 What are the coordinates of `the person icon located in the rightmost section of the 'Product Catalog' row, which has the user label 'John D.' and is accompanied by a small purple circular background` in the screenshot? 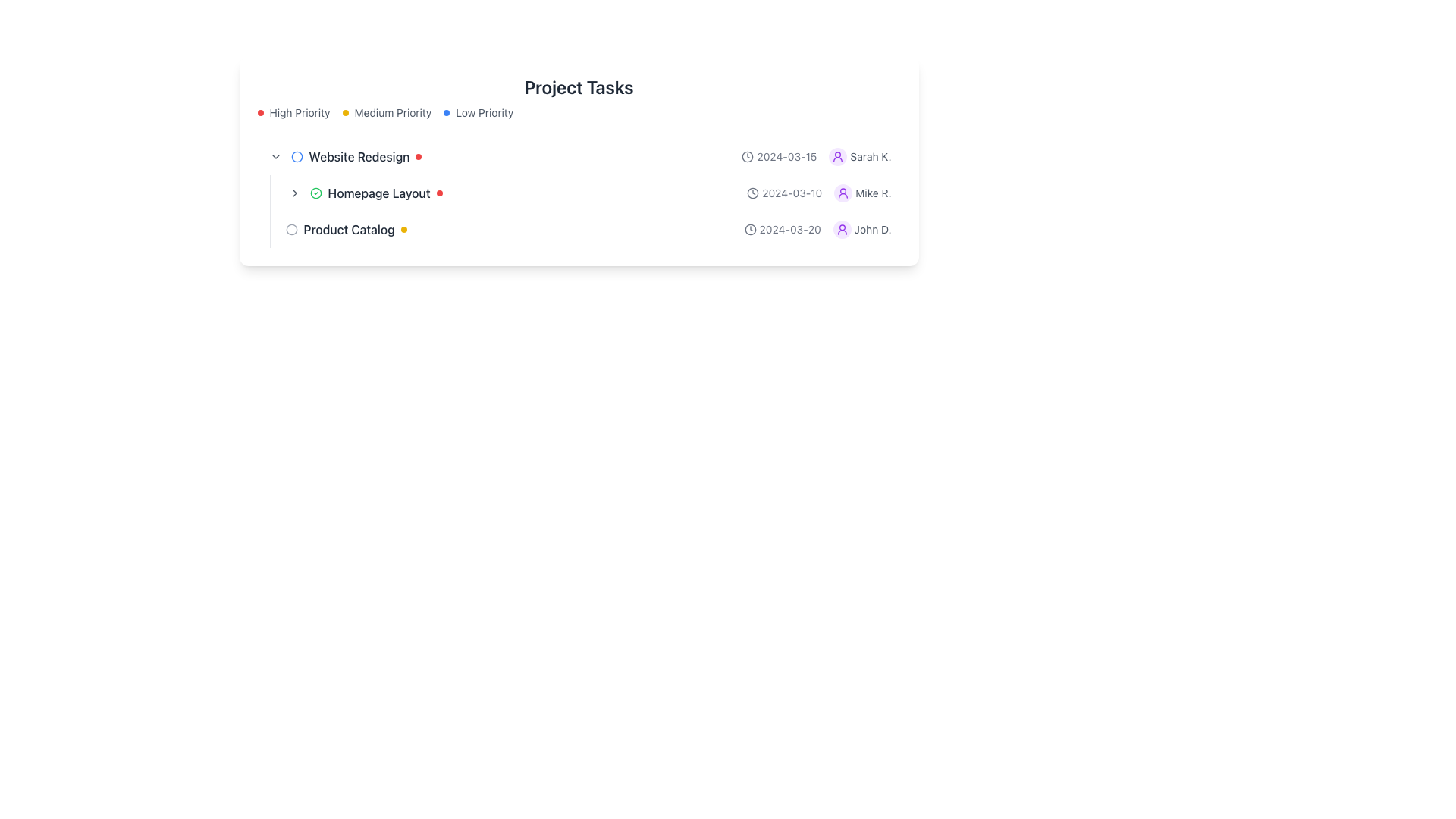 It's located at (817, 230).